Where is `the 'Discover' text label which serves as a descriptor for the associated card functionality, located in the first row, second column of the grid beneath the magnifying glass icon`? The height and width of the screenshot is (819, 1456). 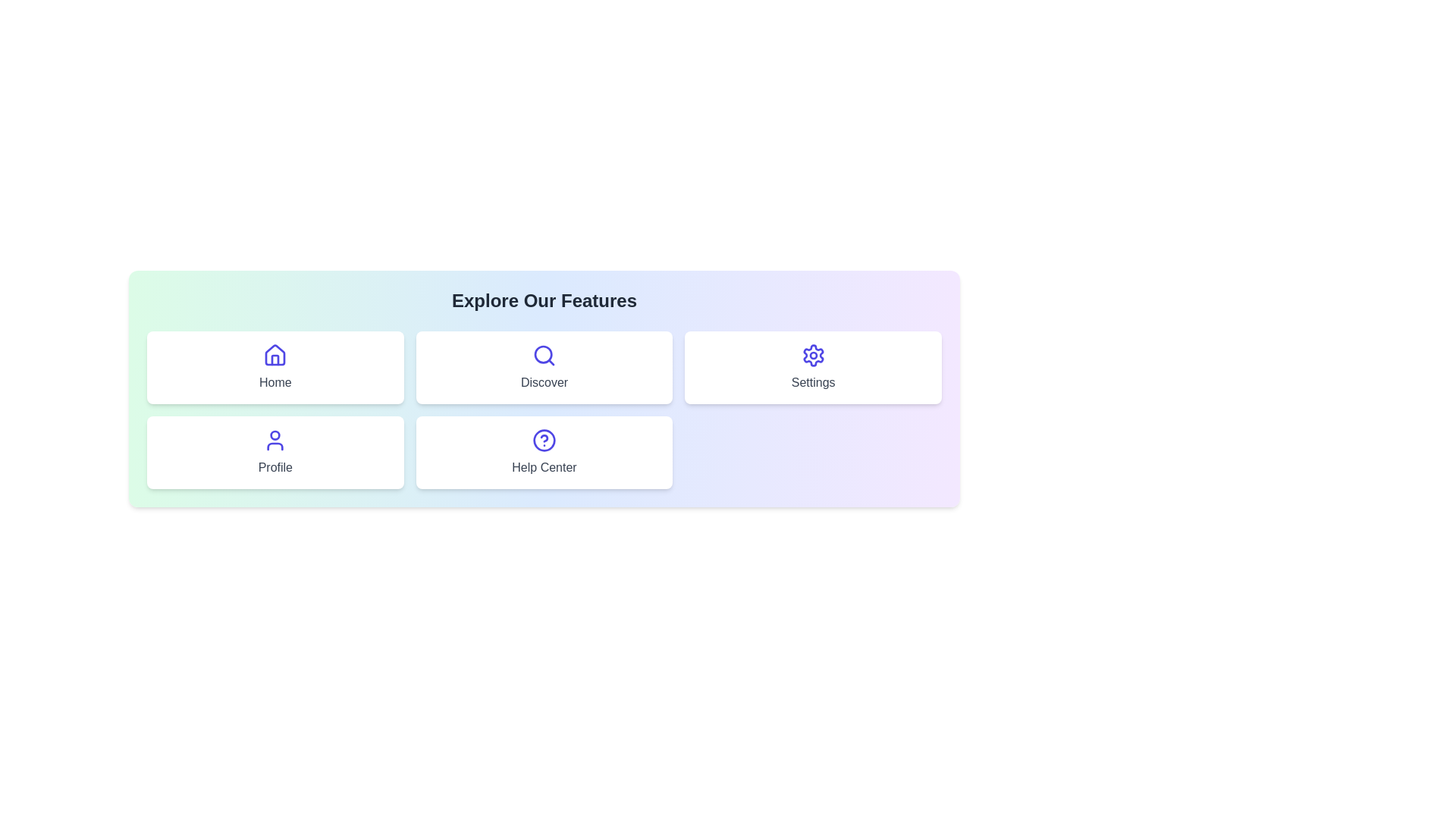 the 'Discover' text label which serves as a descriptor for the associated card functionality, located in the first row, second column of the grid beneath the magnifying glass icon is located at coordinates (544, 382).